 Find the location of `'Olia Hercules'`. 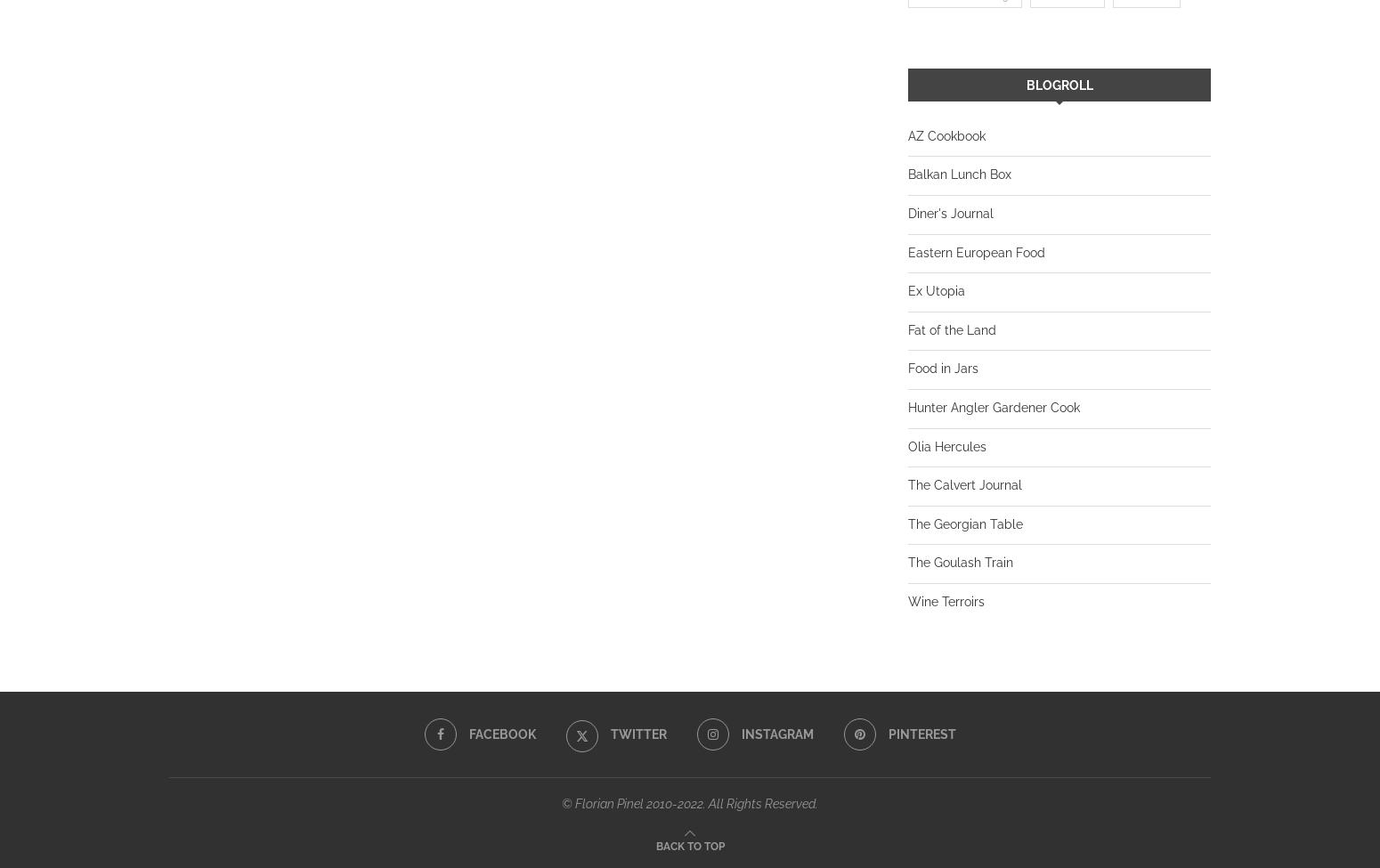

'Olia Hercules' is located at coordinates (947, 444).